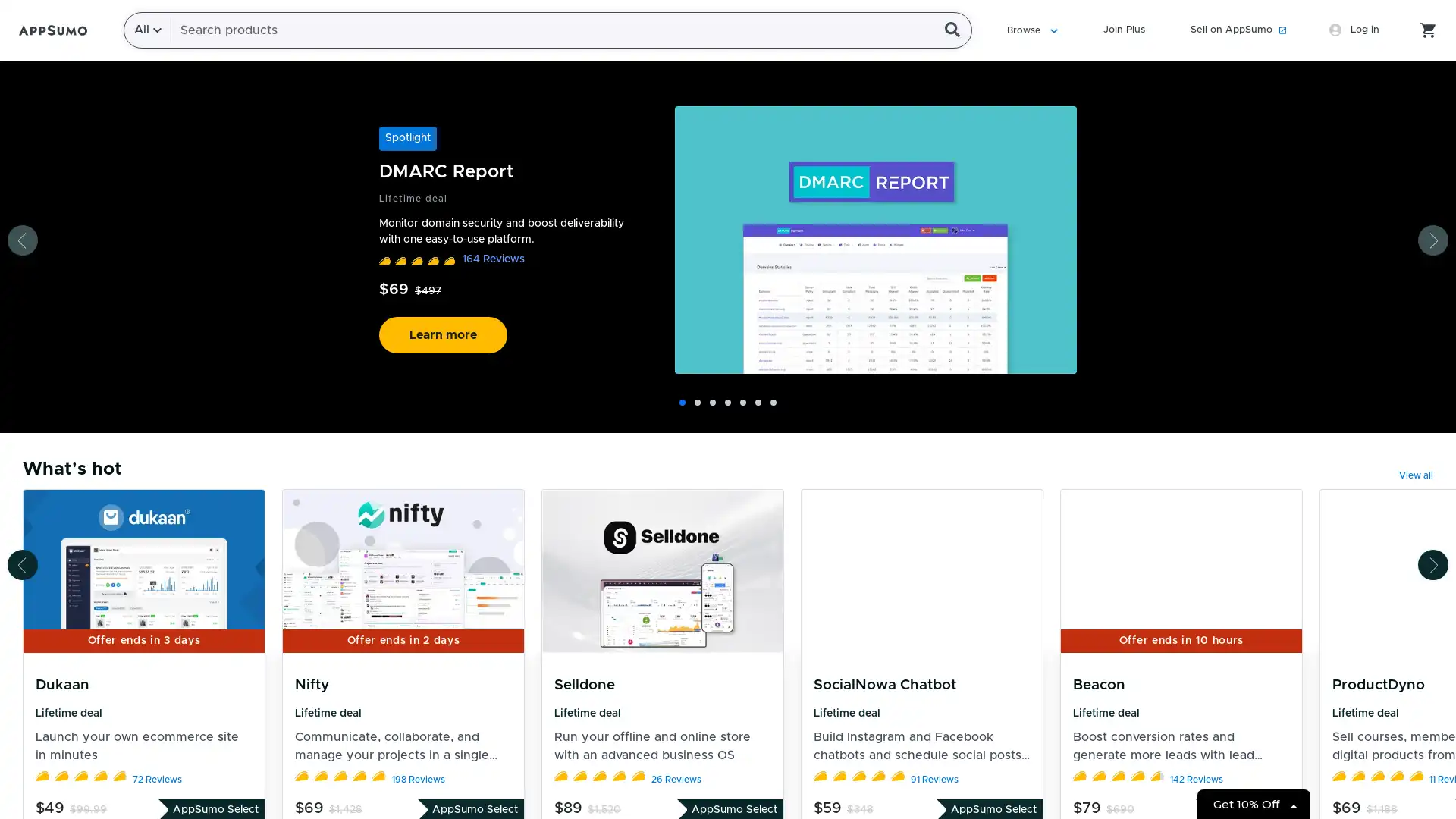 This screenshot has width=1456, height=819. I want to click on Search with AppSumo, so click(950, 30).